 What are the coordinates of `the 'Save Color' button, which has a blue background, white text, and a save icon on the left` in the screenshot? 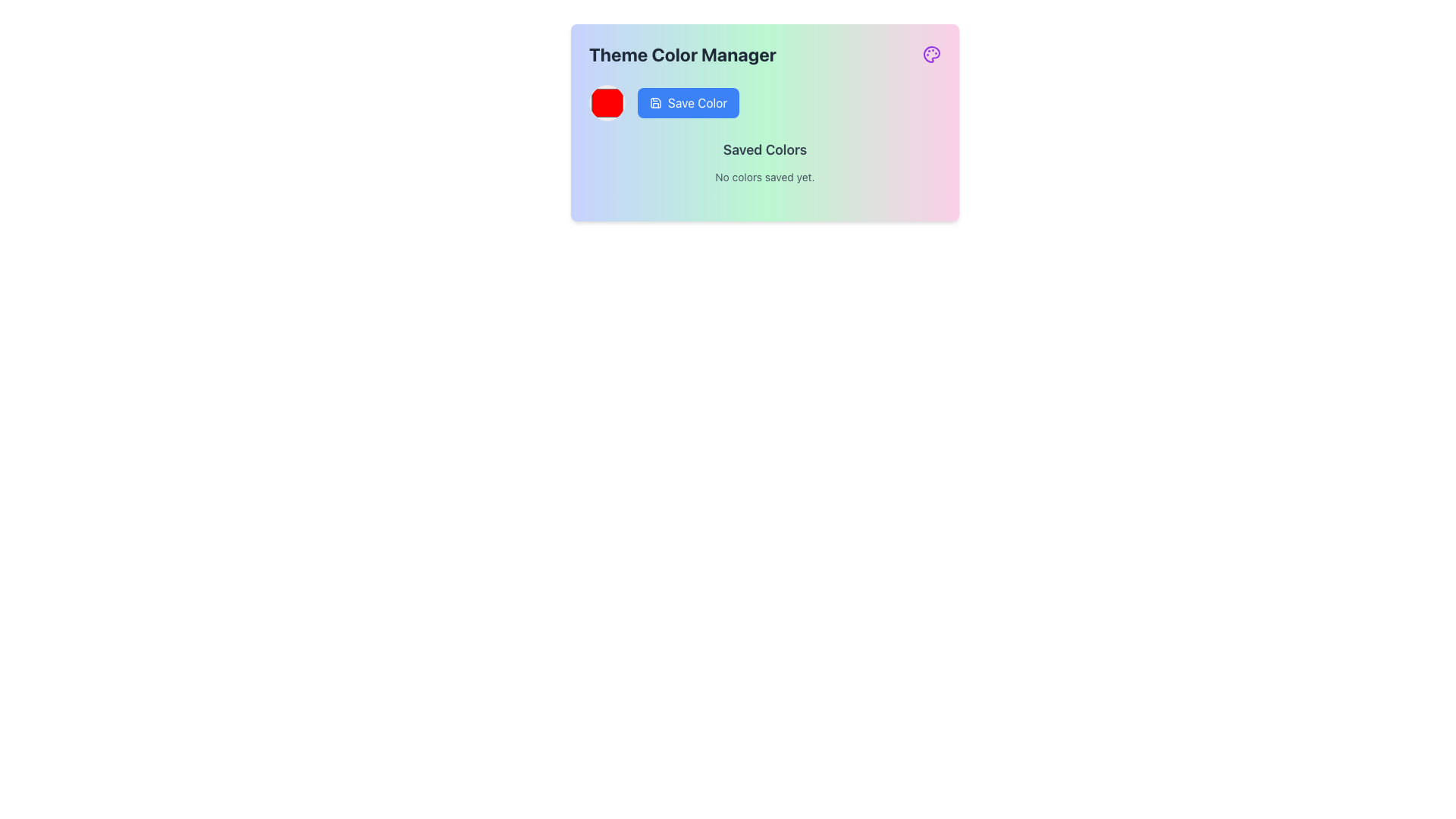 It's located at (687, 102).